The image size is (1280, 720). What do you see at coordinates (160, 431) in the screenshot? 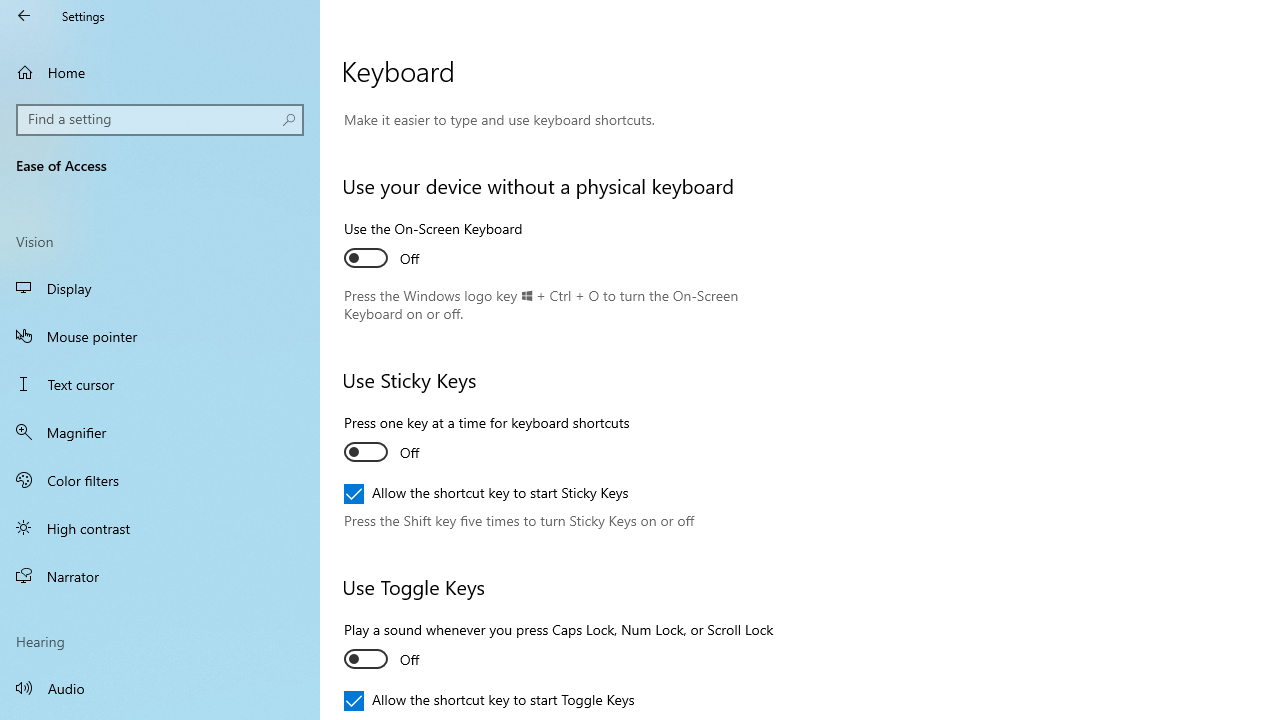
I see `'Magnifier'` at bounding box center [160, 431].